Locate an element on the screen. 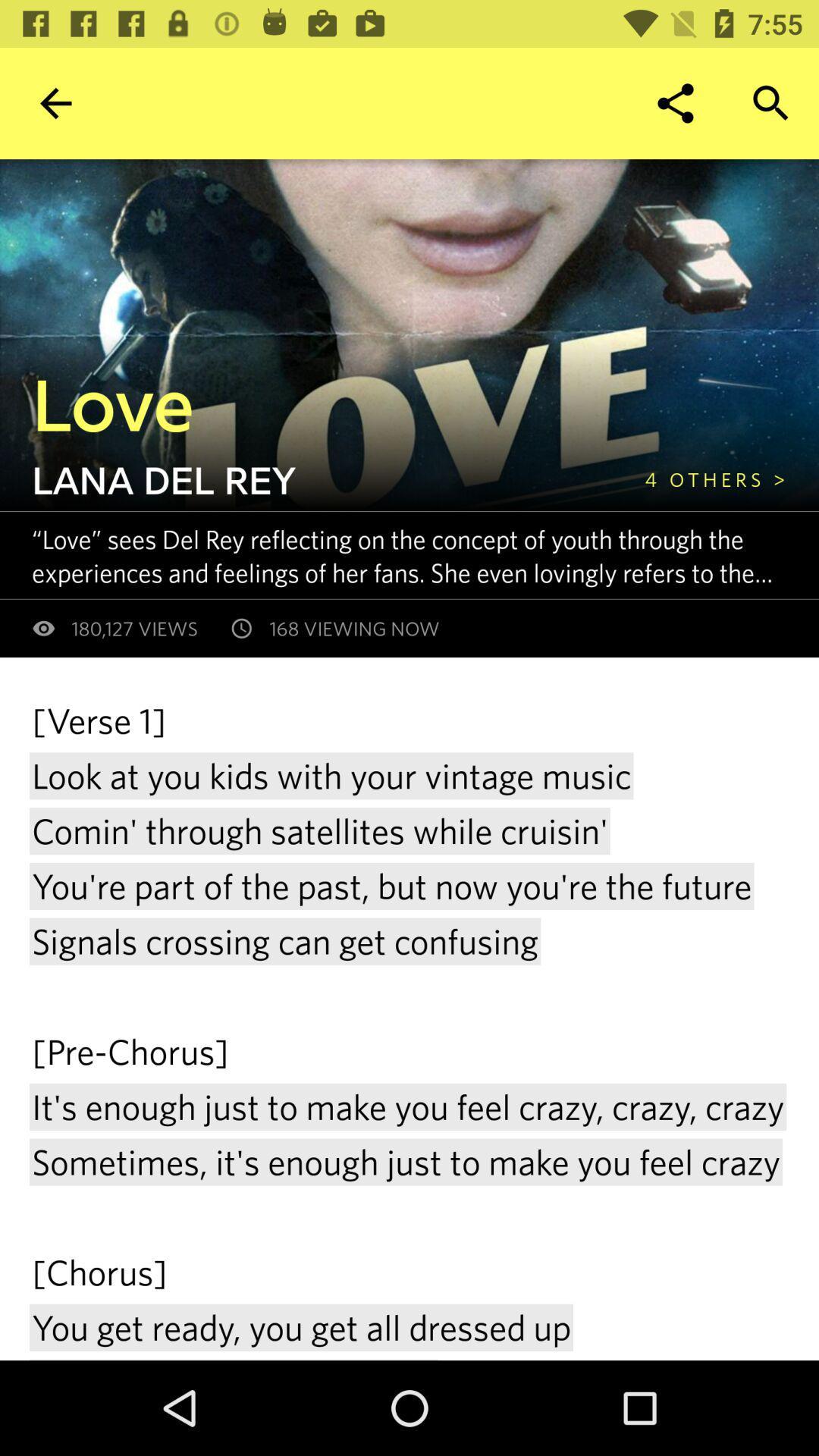  4 others > item is located at coordinates (715, 479).